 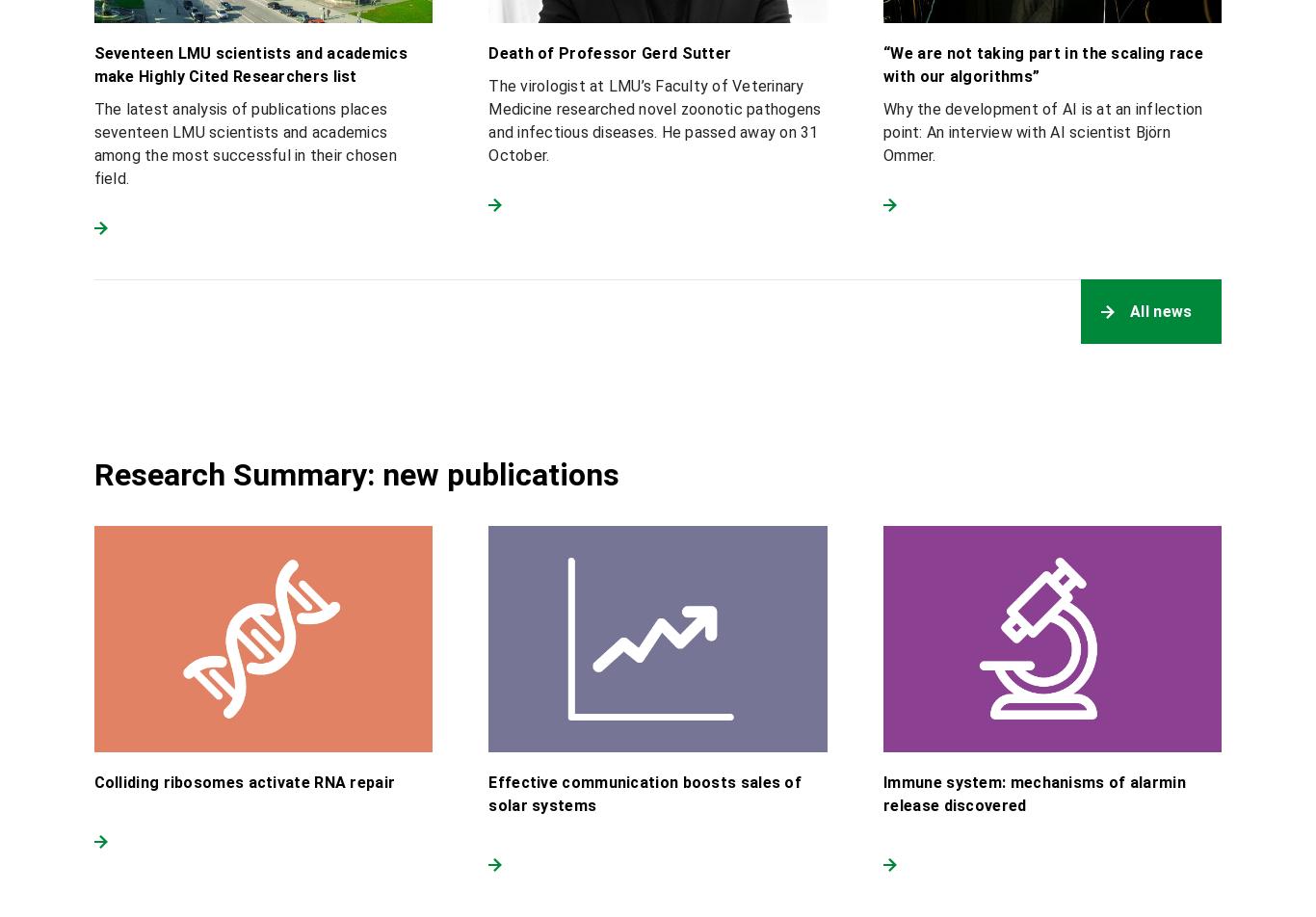 I want to click on 'Why the development of AI is at an inflection point: An interview with AI scientist Björn Ommer.', so click(x=1041, y=131).